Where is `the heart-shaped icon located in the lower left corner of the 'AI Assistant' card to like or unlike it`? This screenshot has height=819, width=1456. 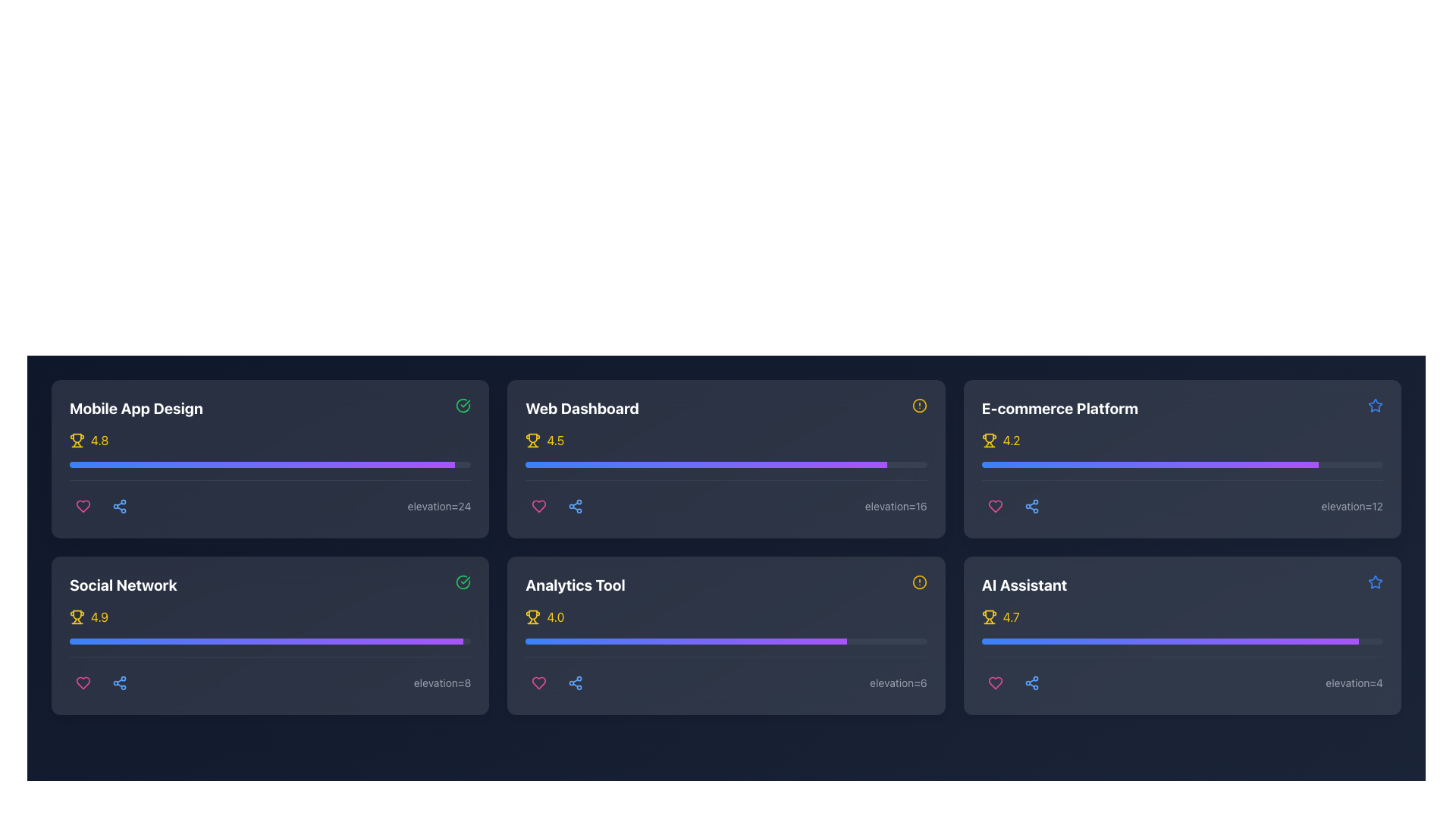 the heart-shaped icon located in the lower left corner of the 'AI Assistant' card to like or unlike it is located at coordinates (995, 683).